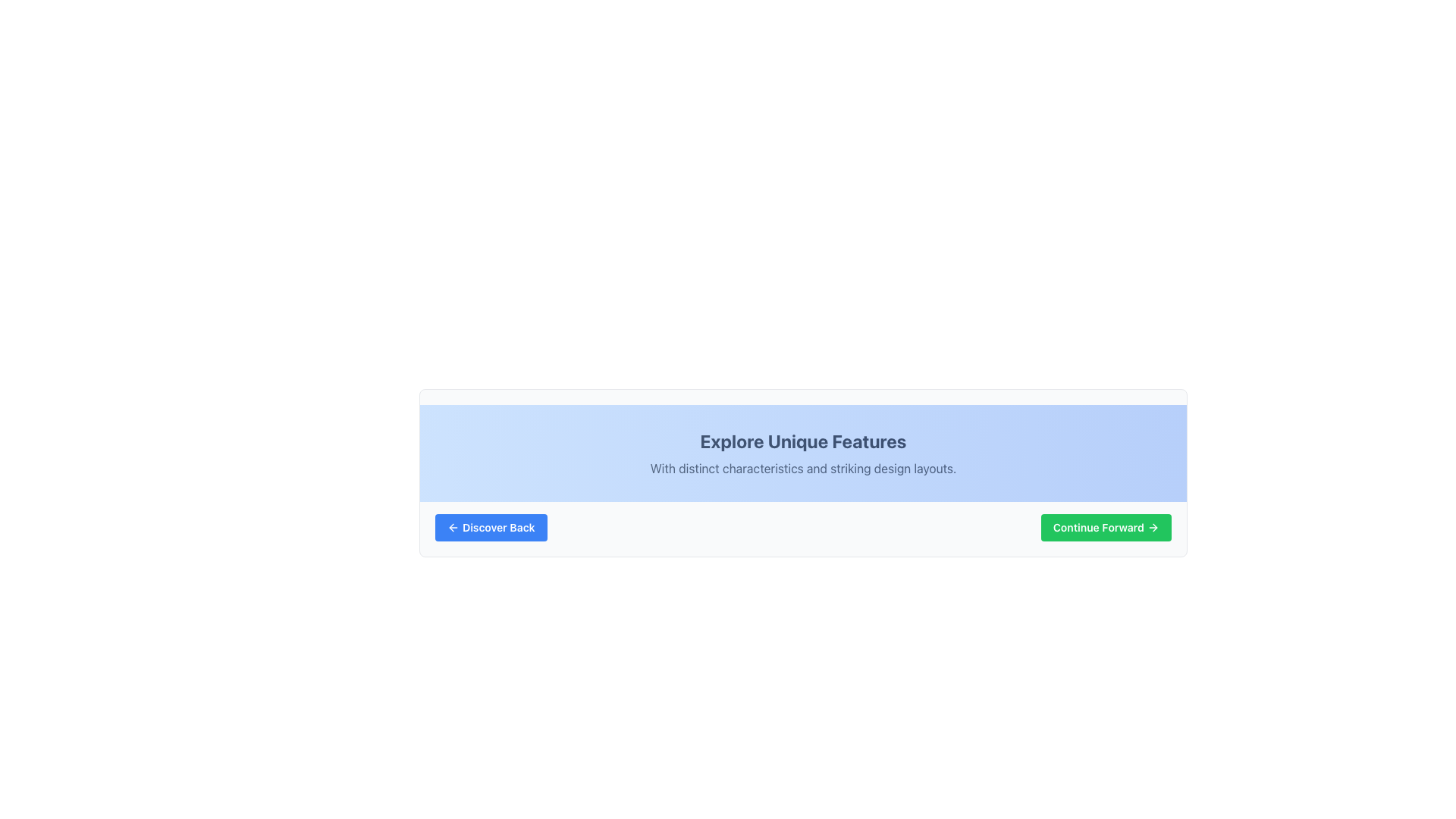 This screenshot has width=1456, height=819. Describe the element at coordinates (1153, 526) in the screenshot. I see `the arrow icon located at the rightmost section of the green button labeled 'Continue Forward'` at that location.